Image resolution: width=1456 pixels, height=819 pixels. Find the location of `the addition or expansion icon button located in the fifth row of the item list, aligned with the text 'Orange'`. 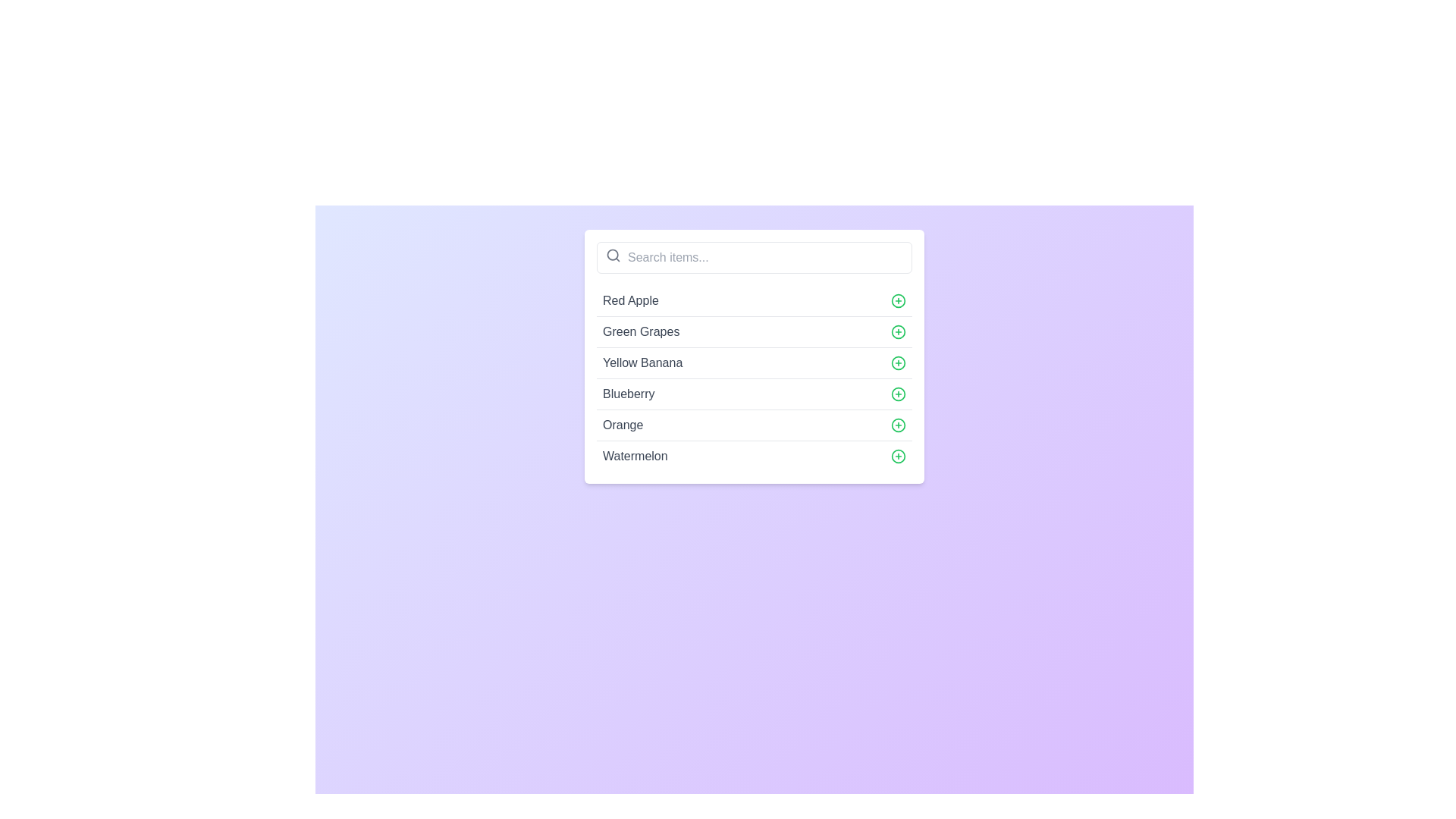

the addition or expansion icon button located in the fifth row of the item list, aligned with the text 'Orange' is located at coordinates (899, 425).